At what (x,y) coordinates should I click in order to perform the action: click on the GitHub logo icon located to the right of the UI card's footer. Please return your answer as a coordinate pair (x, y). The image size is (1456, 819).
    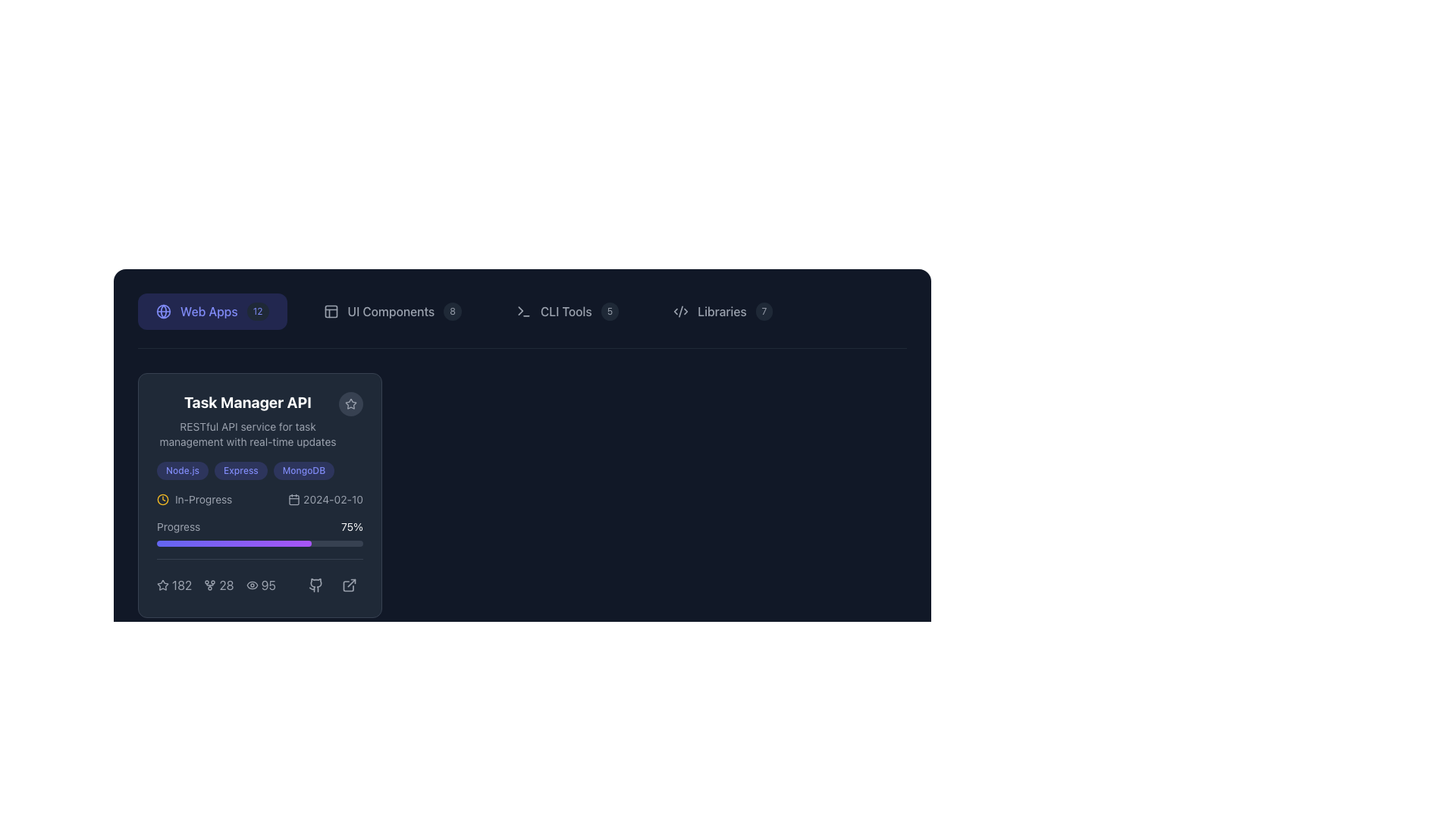
    Looking at the image, I should click on (315, 584).